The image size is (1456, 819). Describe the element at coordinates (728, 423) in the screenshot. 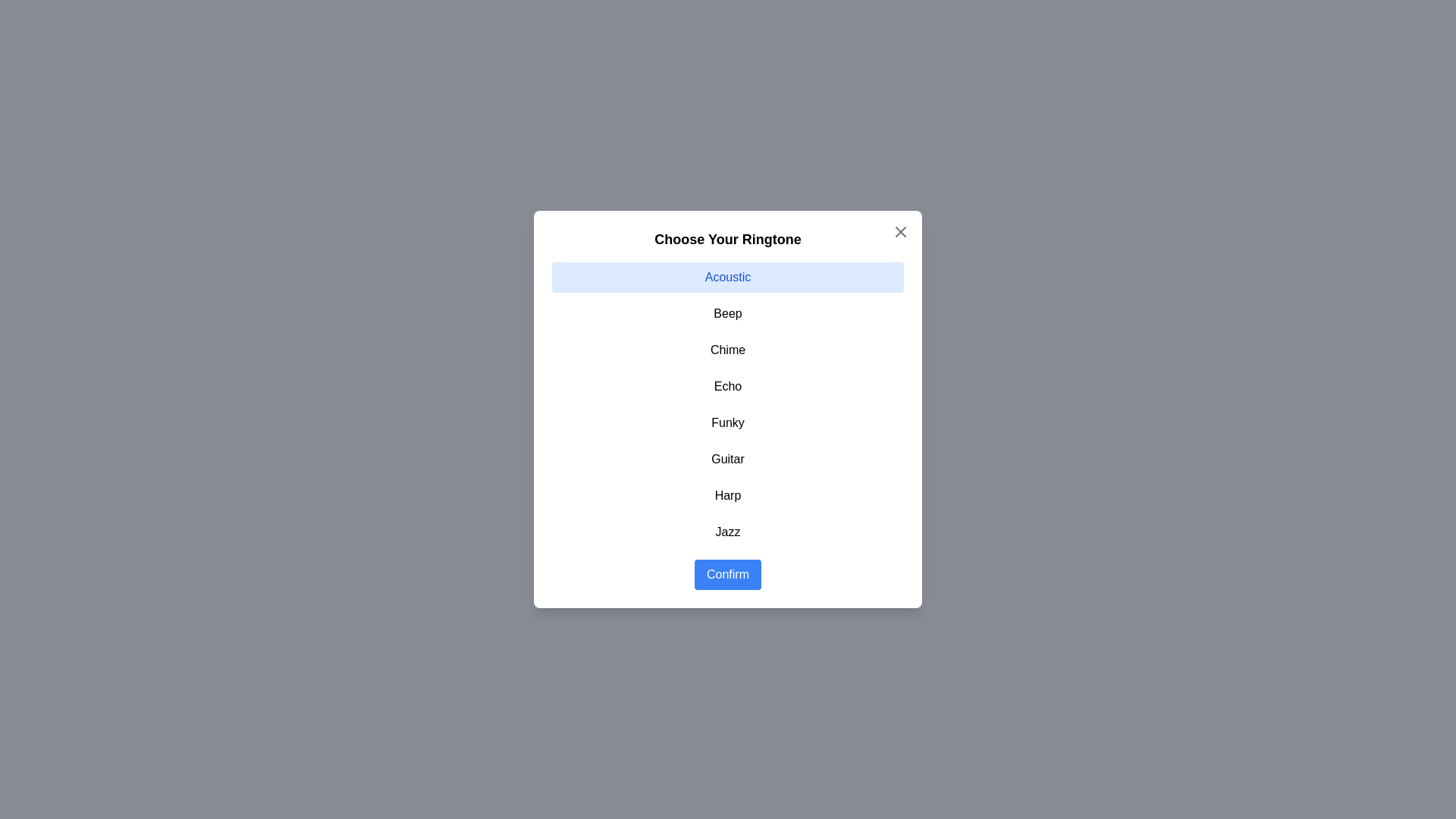

I see `the item Funky in the list` at that location.